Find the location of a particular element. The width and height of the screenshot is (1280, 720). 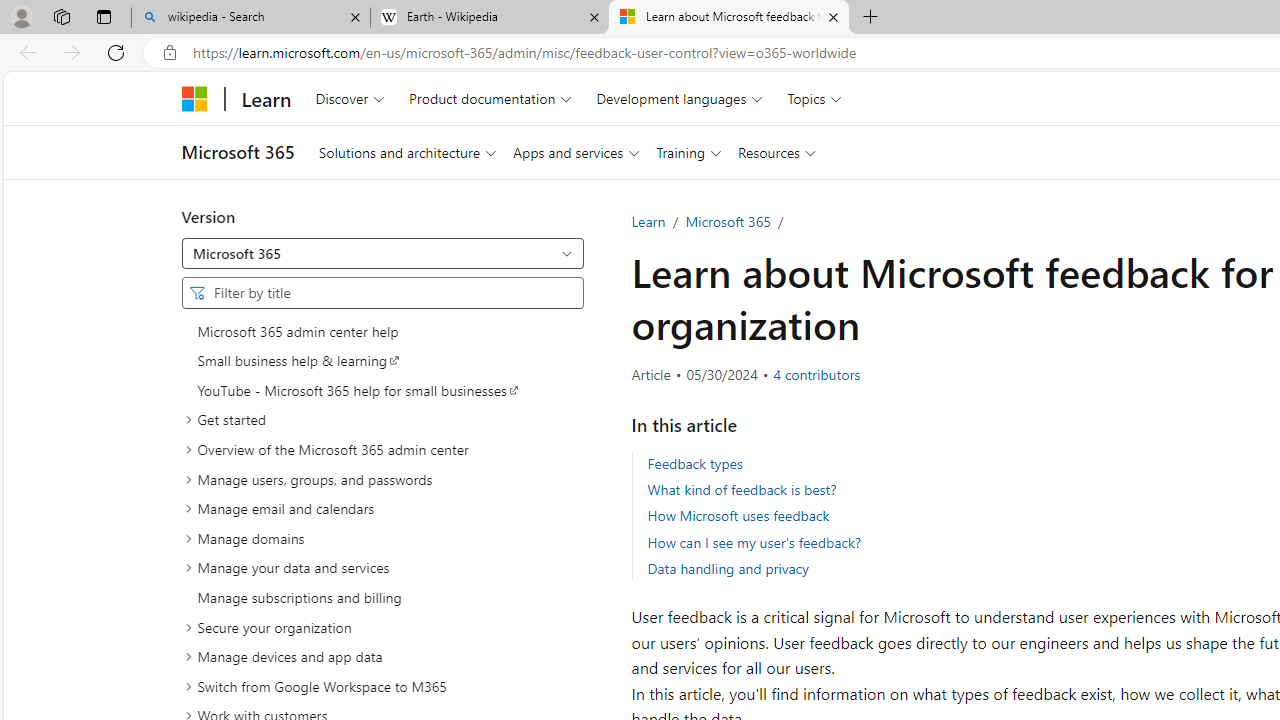

'Resources' is located at coordinates (776, 151).